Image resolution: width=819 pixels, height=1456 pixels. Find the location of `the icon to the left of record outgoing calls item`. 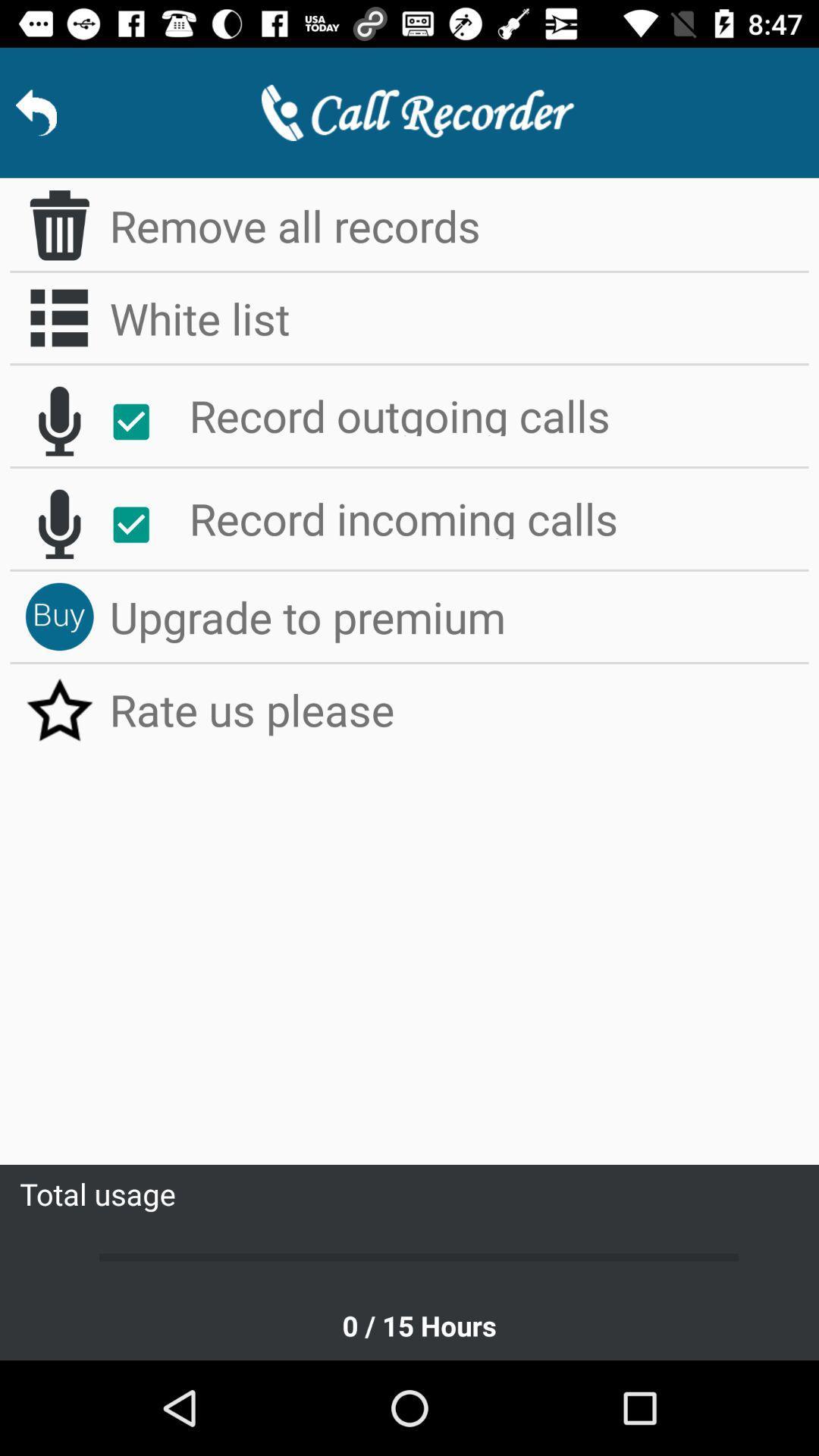

the icon to the left of record outgoing calls item is located at coordinates (139, 422).